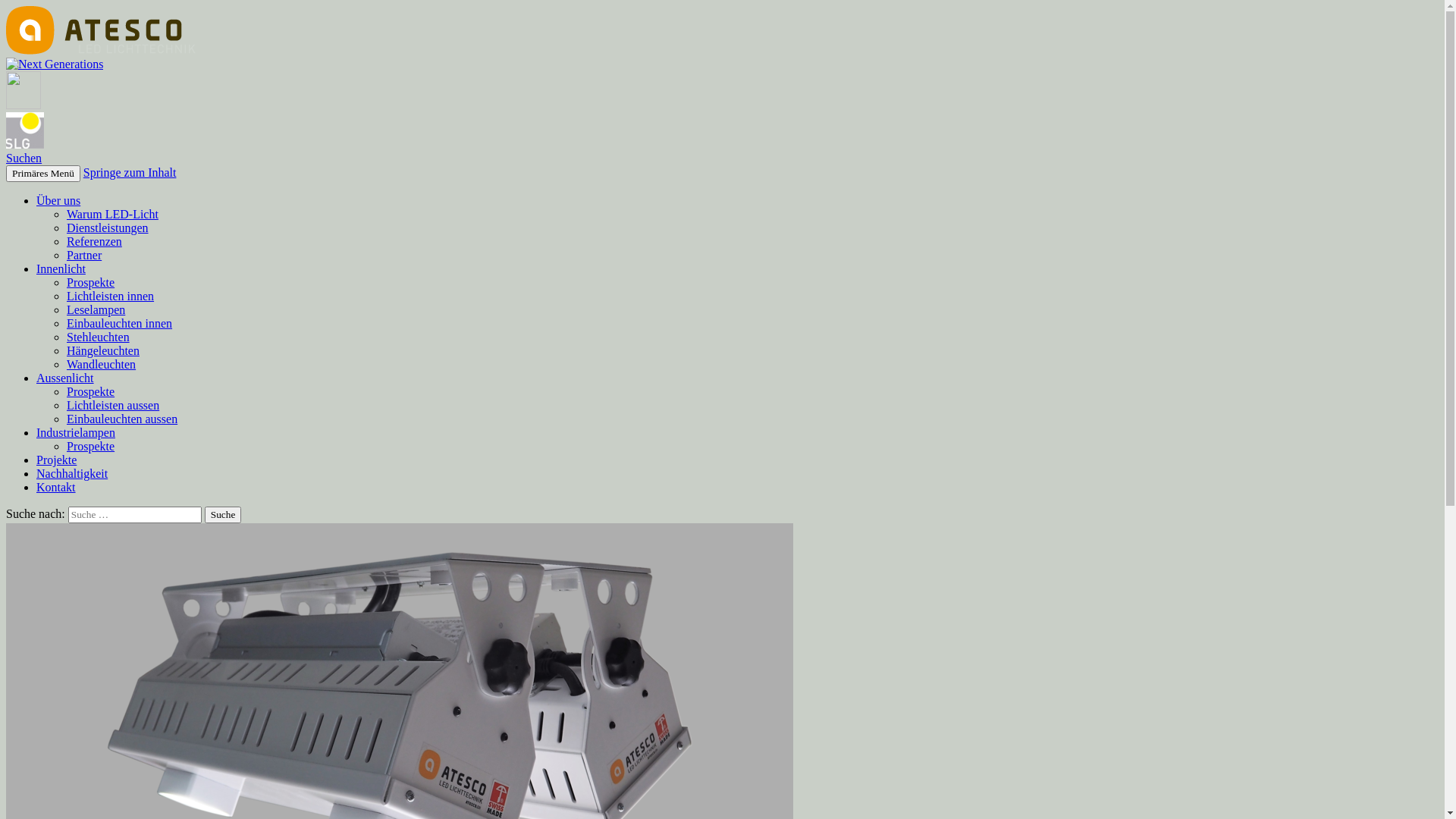 The image size is (1456, 819). What do you see at coordinates (89, 282) in the screenshot?
I see `'Prospekte'` at bounding box center [89, 282].